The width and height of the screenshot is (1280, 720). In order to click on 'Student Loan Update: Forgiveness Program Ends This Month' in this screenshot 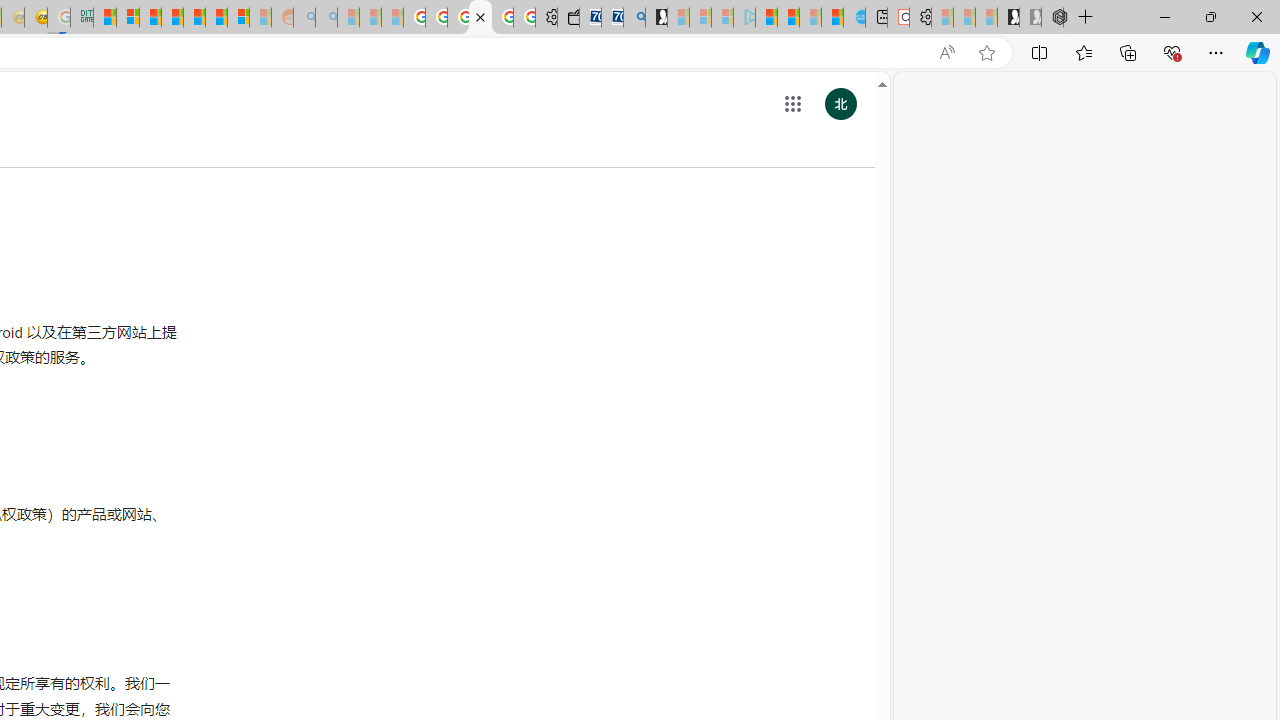, I will do `click(172, 17)`.